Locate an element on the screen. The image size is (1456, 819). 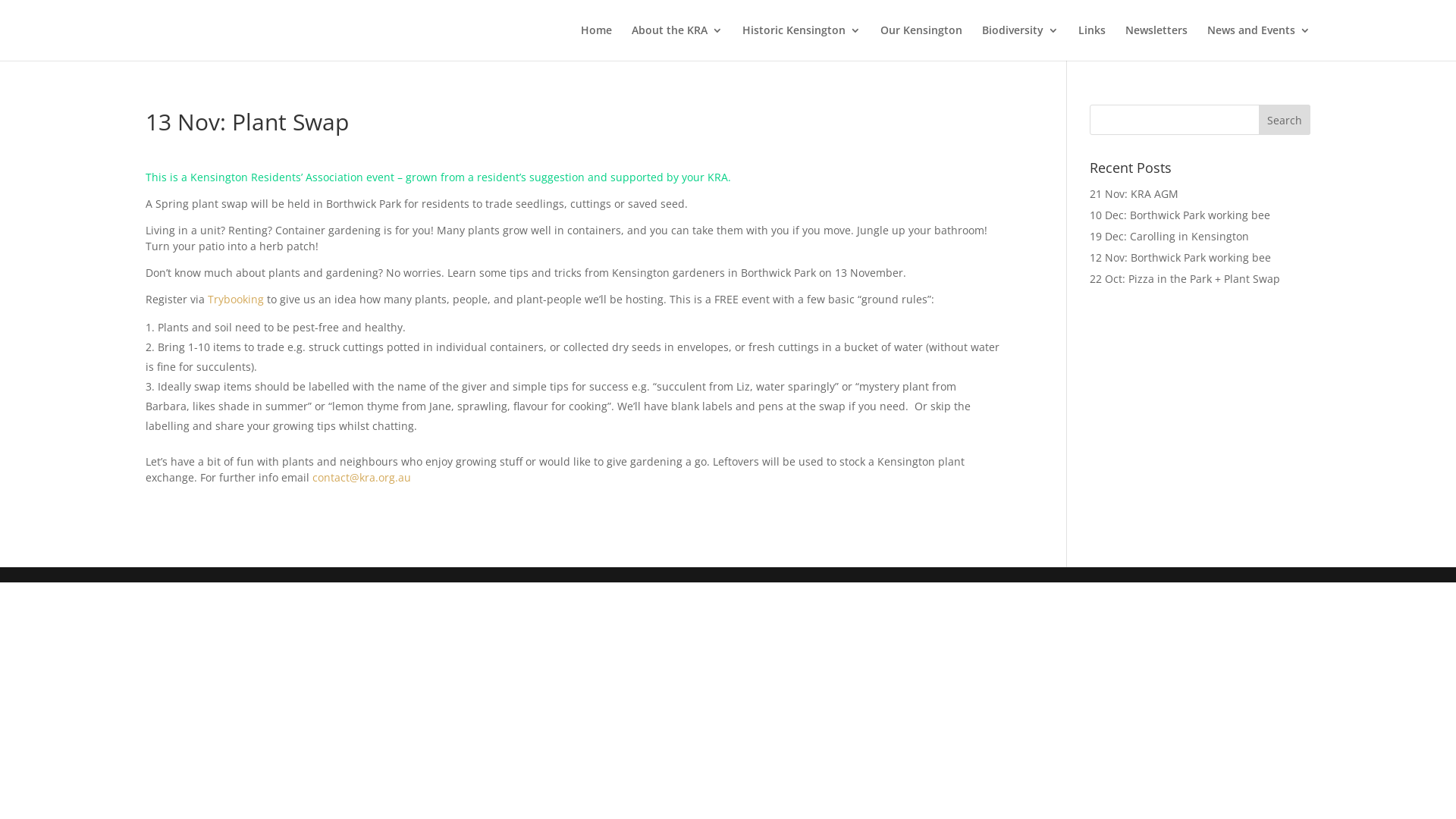
'Trybooking' is located at coordinates (235, 299).